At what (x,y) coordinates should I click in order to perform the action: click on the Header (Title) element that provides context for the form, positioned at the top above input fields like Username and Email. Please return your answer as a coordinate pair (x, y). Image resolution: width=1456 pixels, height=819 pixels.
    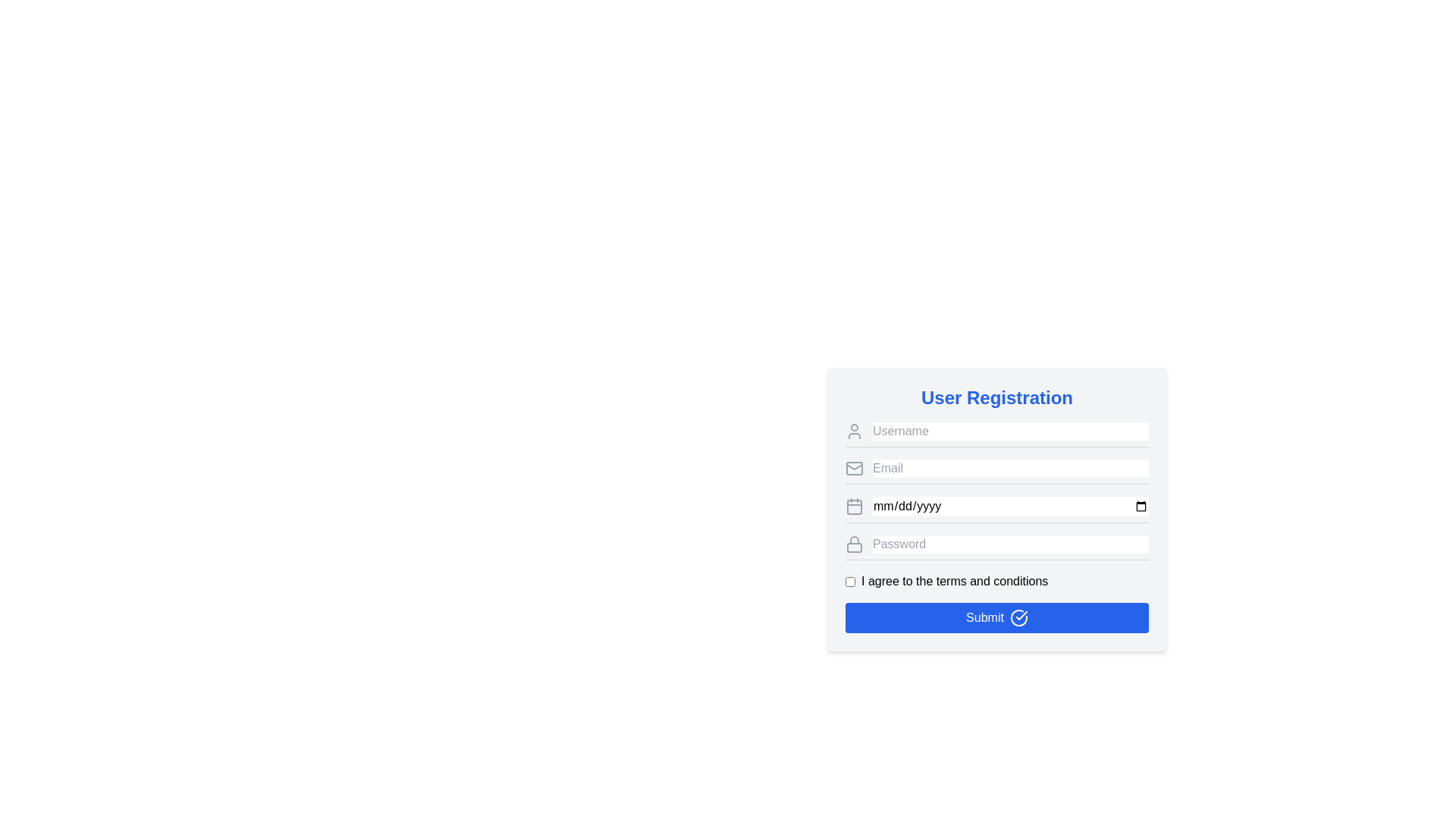
    Looking at the image, I should click on (997, 397).